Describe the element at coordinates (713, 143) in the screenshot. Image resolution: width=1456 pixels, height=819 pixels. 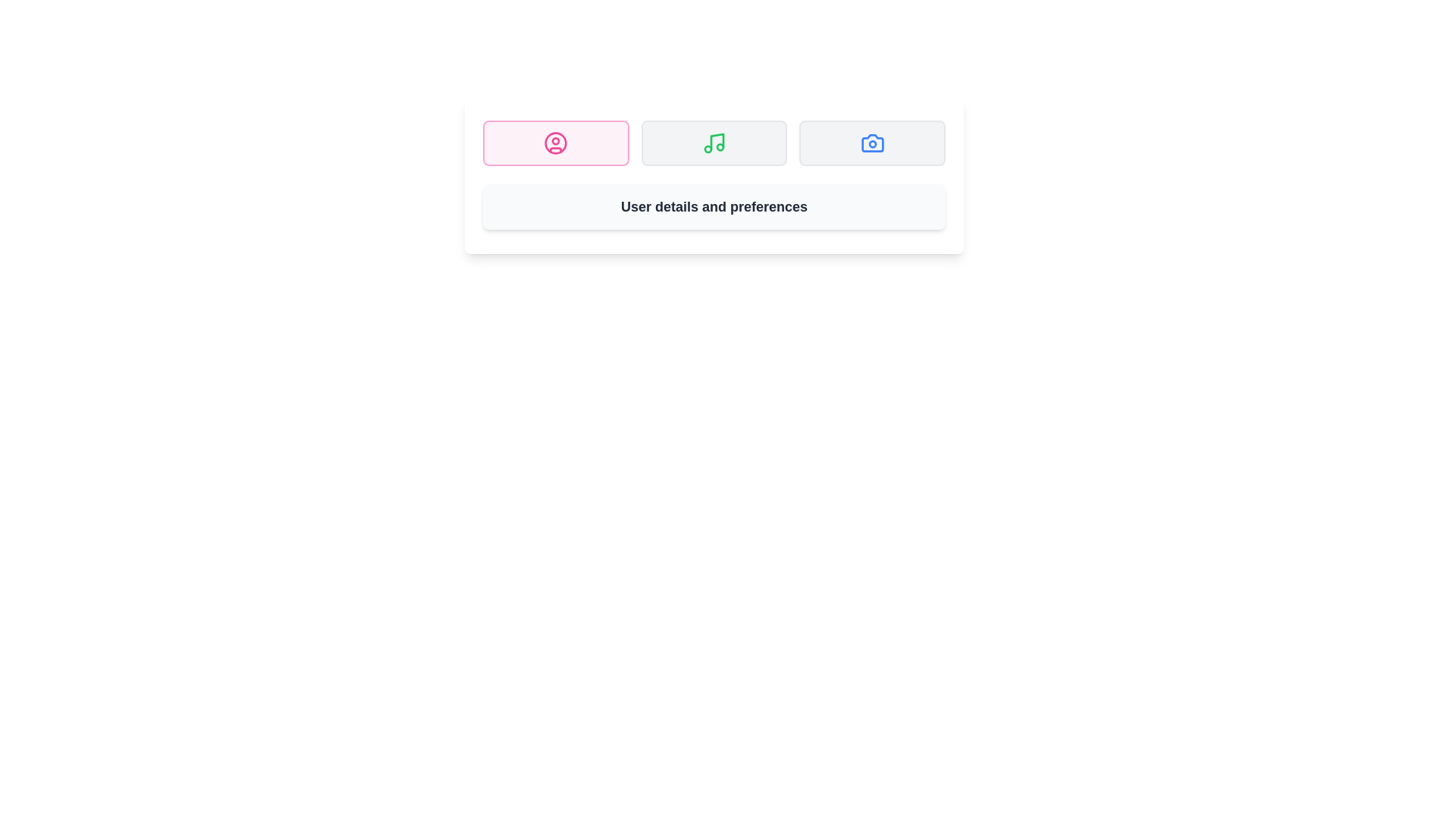
I see `the tab button corresponding to Music` at that location.